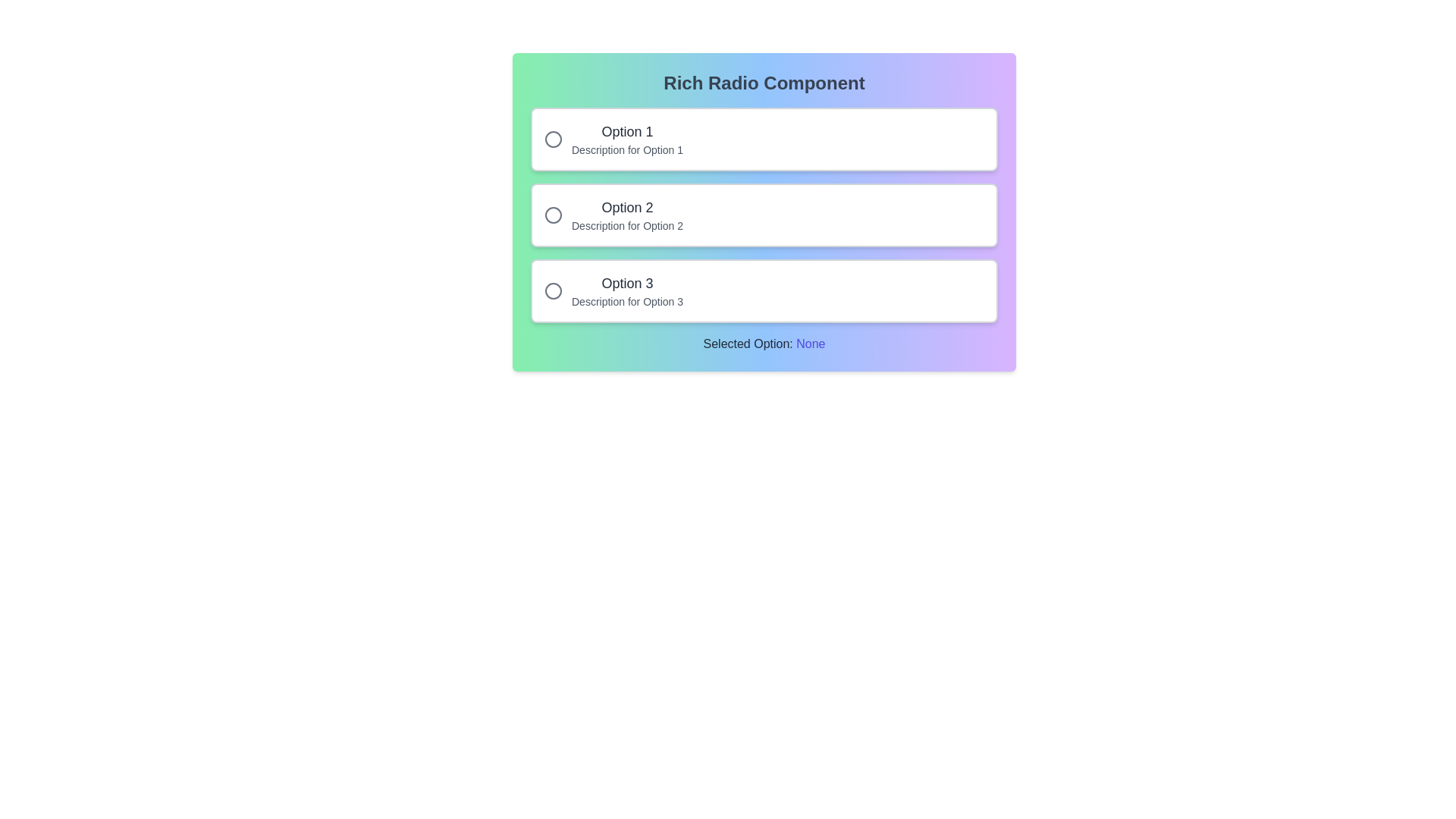 This screenshot has height=819, width=1456. What do you see at coordinates (552, 140) in the screenshot?
I see `the radio button with a gray outline and white background that is located next to 'Option 1' and 'Description for Option 1'` at bounding box center [552, 140].